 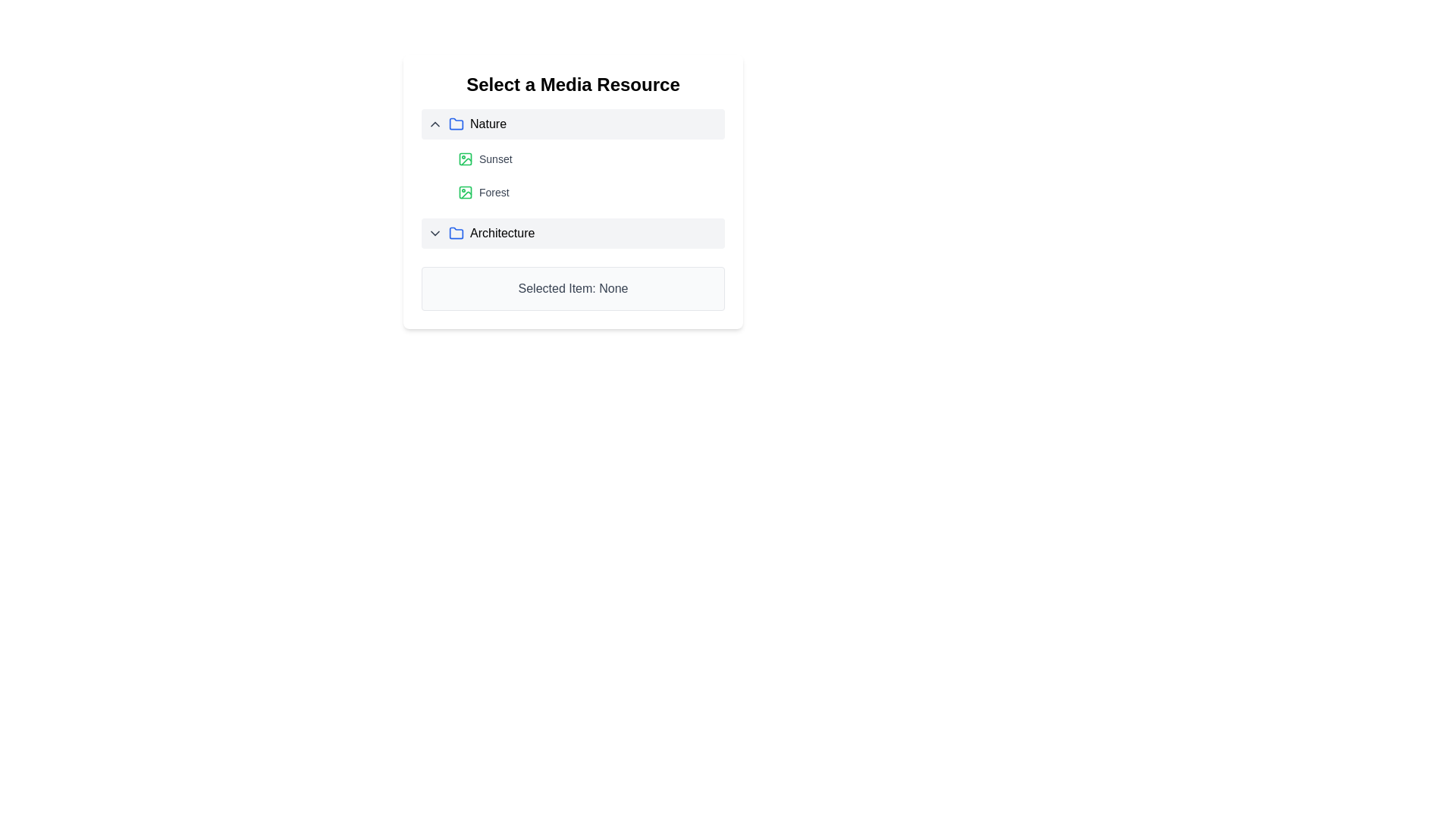 I want to click on the blue outlined folder icon located next to the text 'Architecture', so click(x=455, y=233).